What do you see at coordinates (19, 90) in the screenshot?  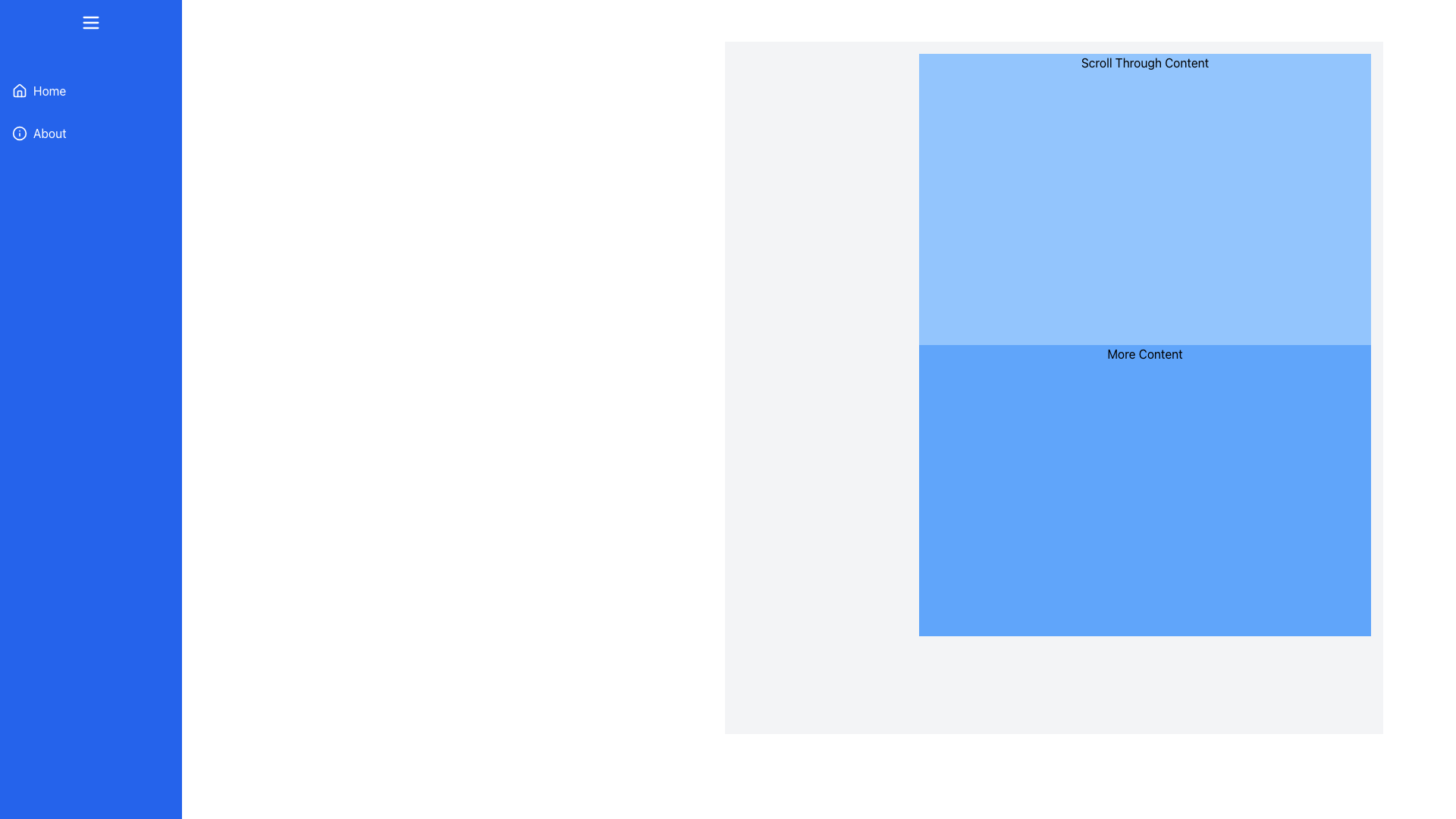 I see `the 'Home' icon located in the left sidebar, which serves as a graphical indicator for navigation to the 'Home' section` at bounding box center [19, 90].